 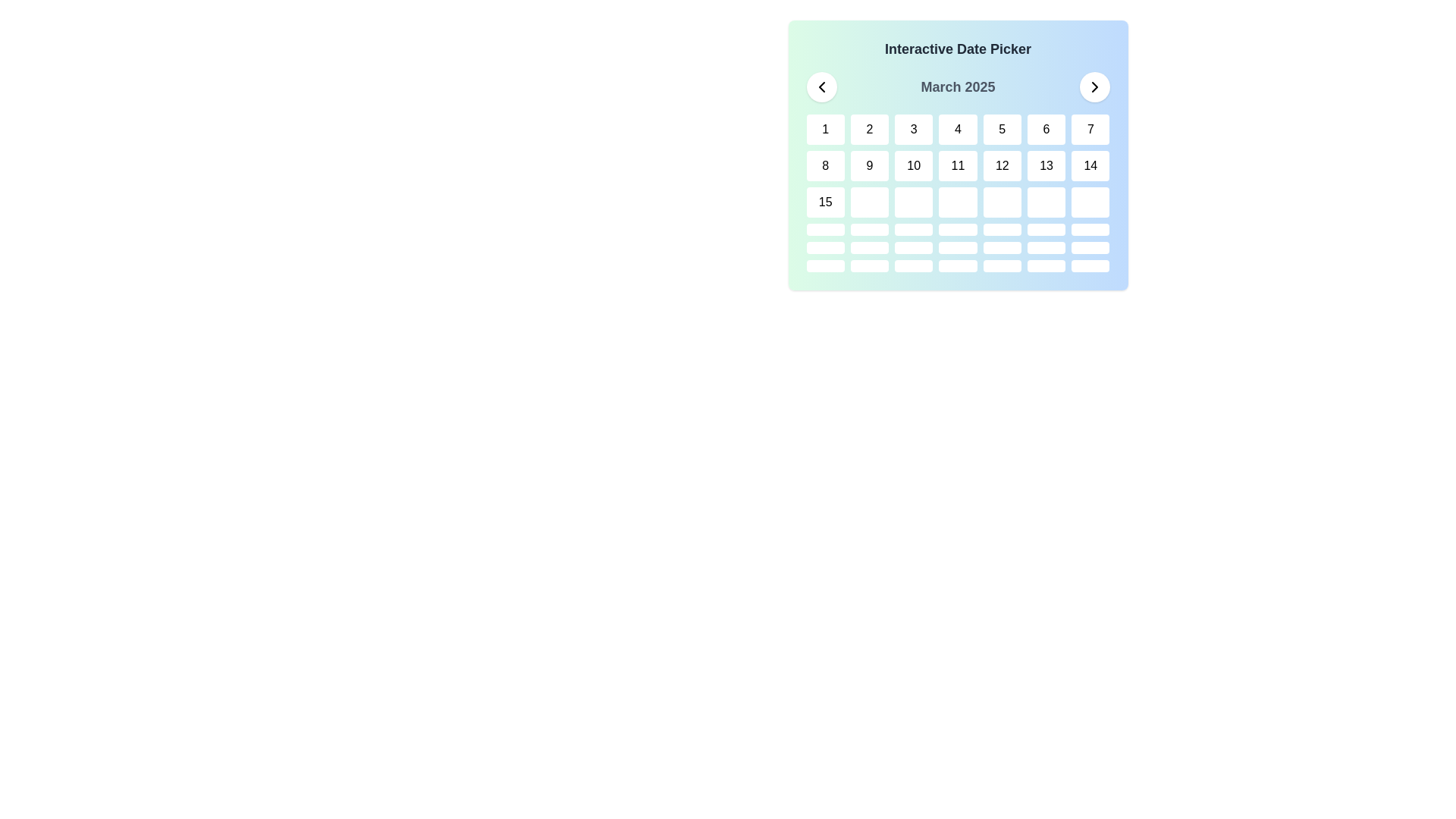 I want to click on the third empty button, so click(x=913, y=230).